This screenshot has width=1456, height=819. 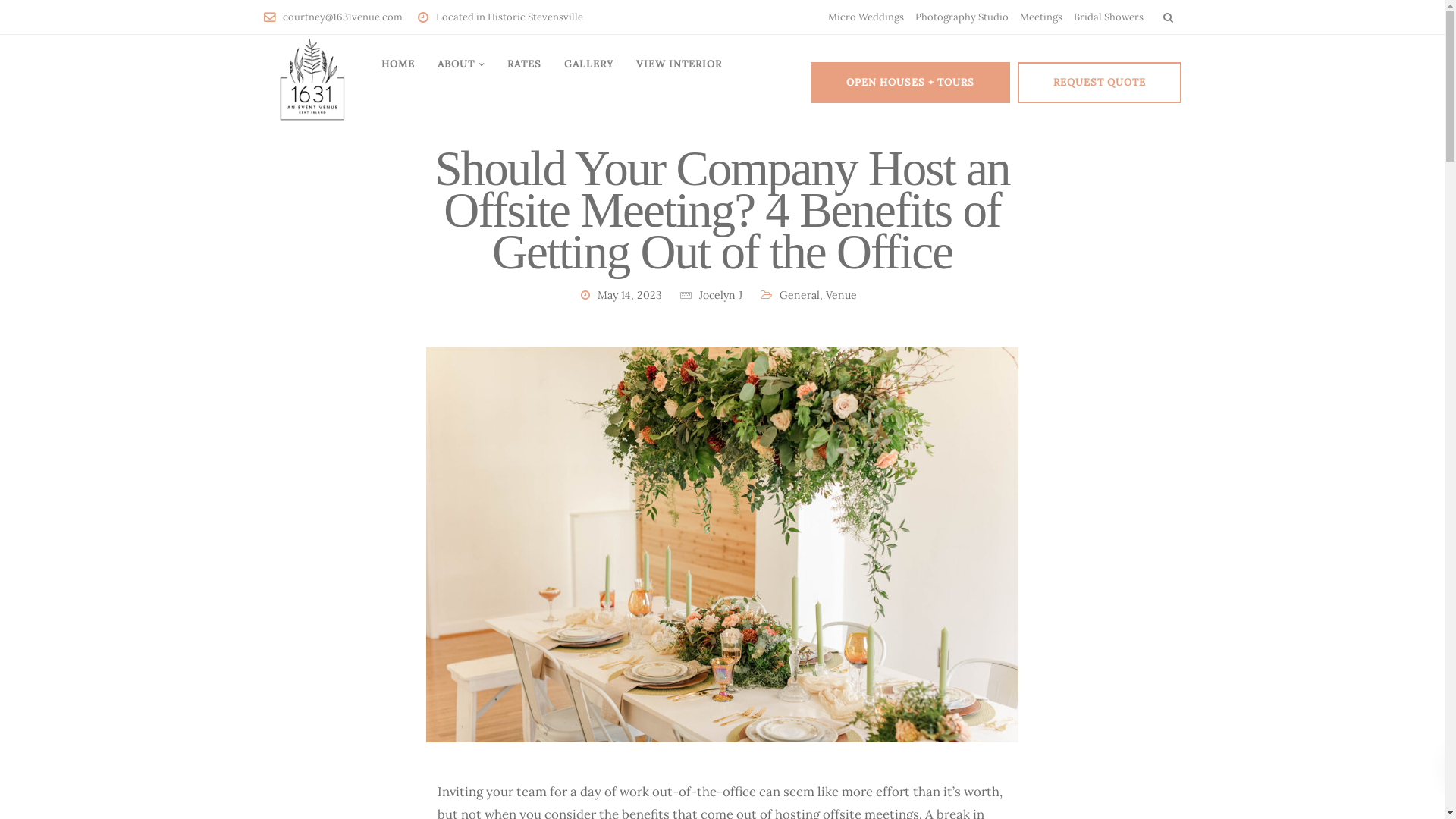 What do you see at coordinates (318, 359) in the screenshot?
I see `'Terms and conditions'` at bounding box center [318, 359].